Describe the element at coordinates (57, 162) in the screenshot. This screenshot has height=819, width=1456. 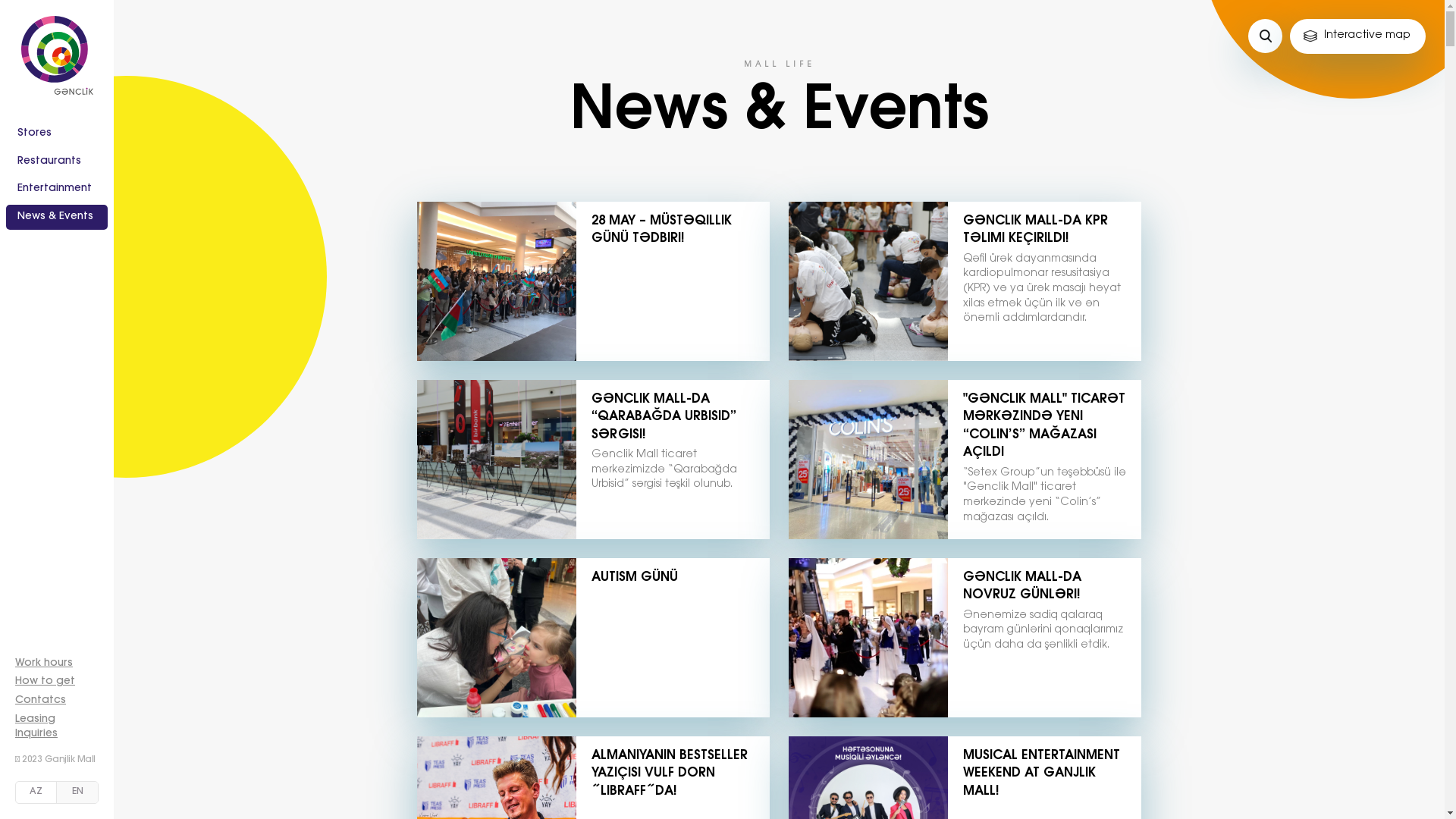
I see `'Restaurants'` at that location.